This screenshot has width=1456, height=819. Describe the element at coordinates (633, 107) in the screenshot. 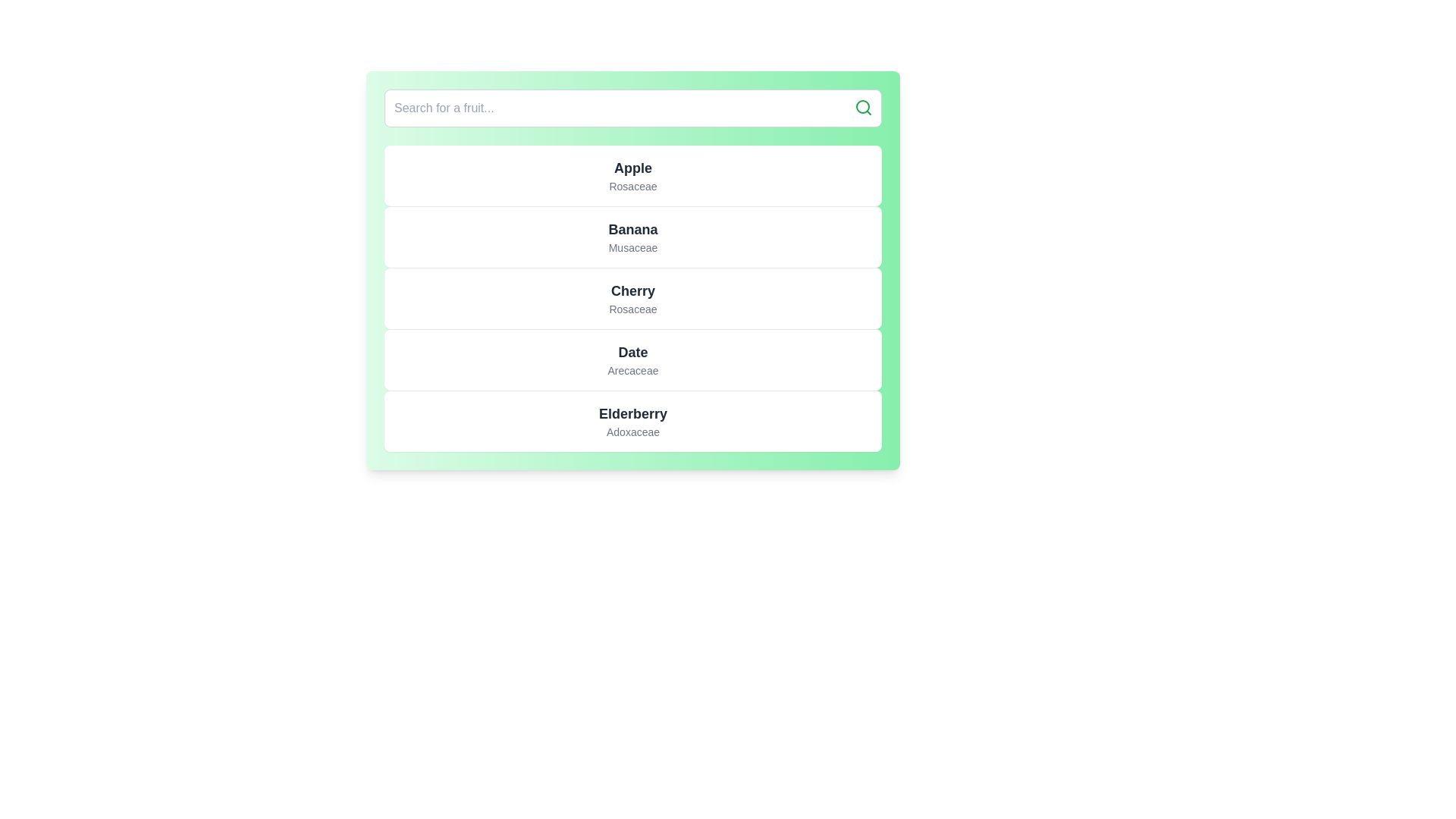

I see `the search input field that has rounded corners and a placeholder saying 'Search for a fruit...', which is located at the top of a rounded green gradient card` at that location.